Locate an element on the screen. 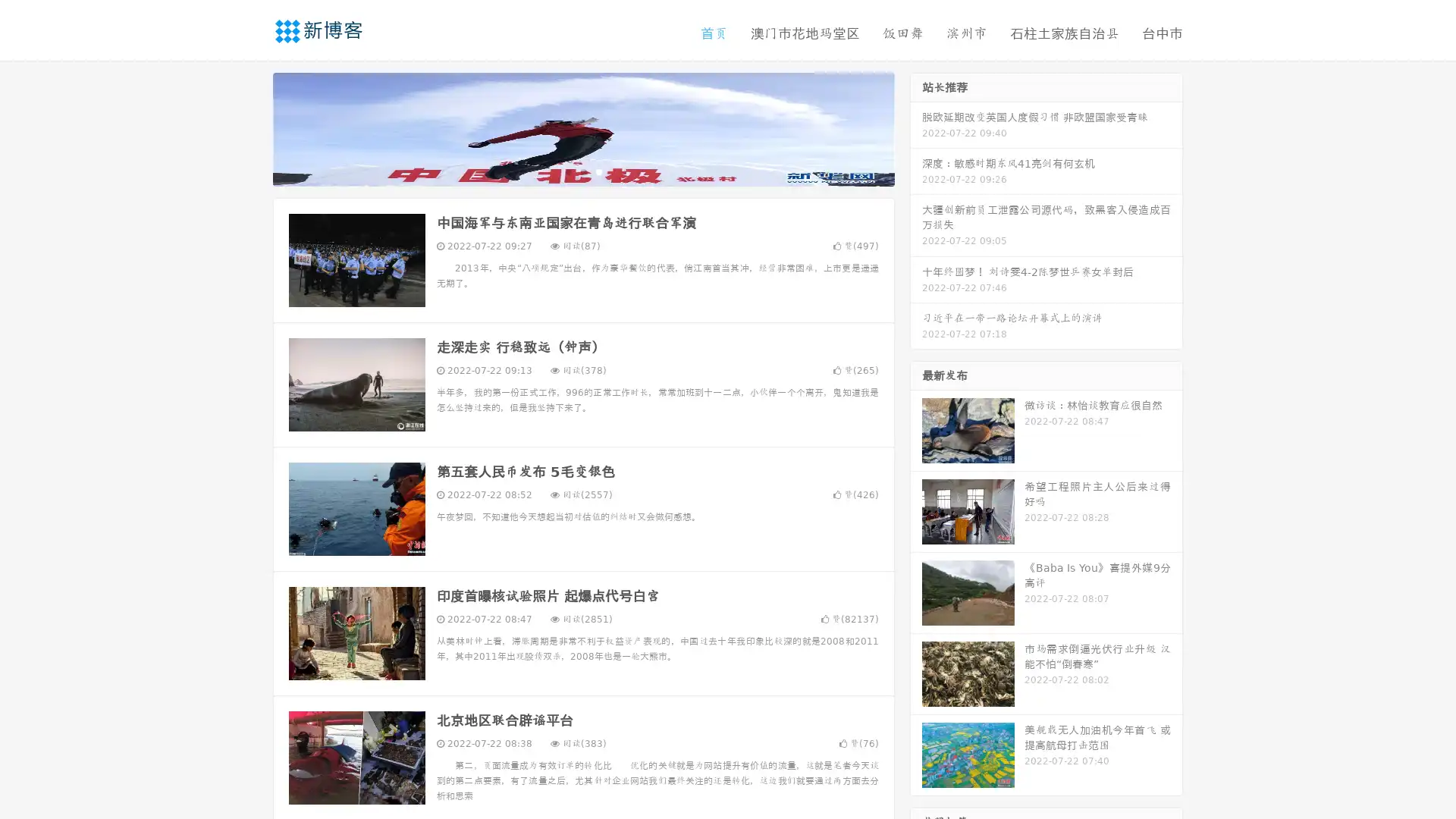 The height and width of the screenshot is (819, 1456). Previous slide is located at coordinates (250, 127).